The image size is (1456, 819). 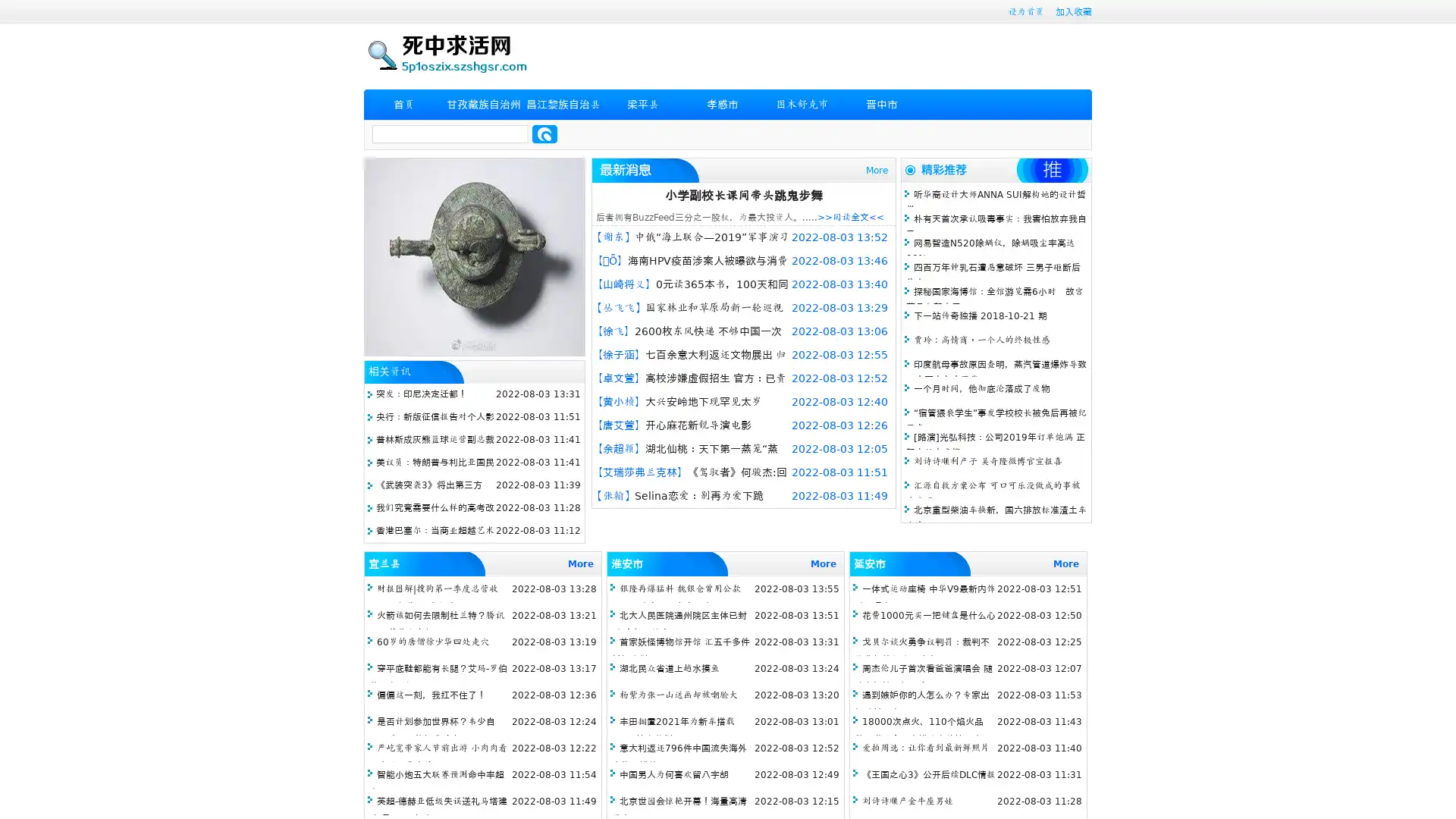 What do you see at coordinates (544, 133) in the screenshot?
I see `Search` at bounding box center [544, 133].